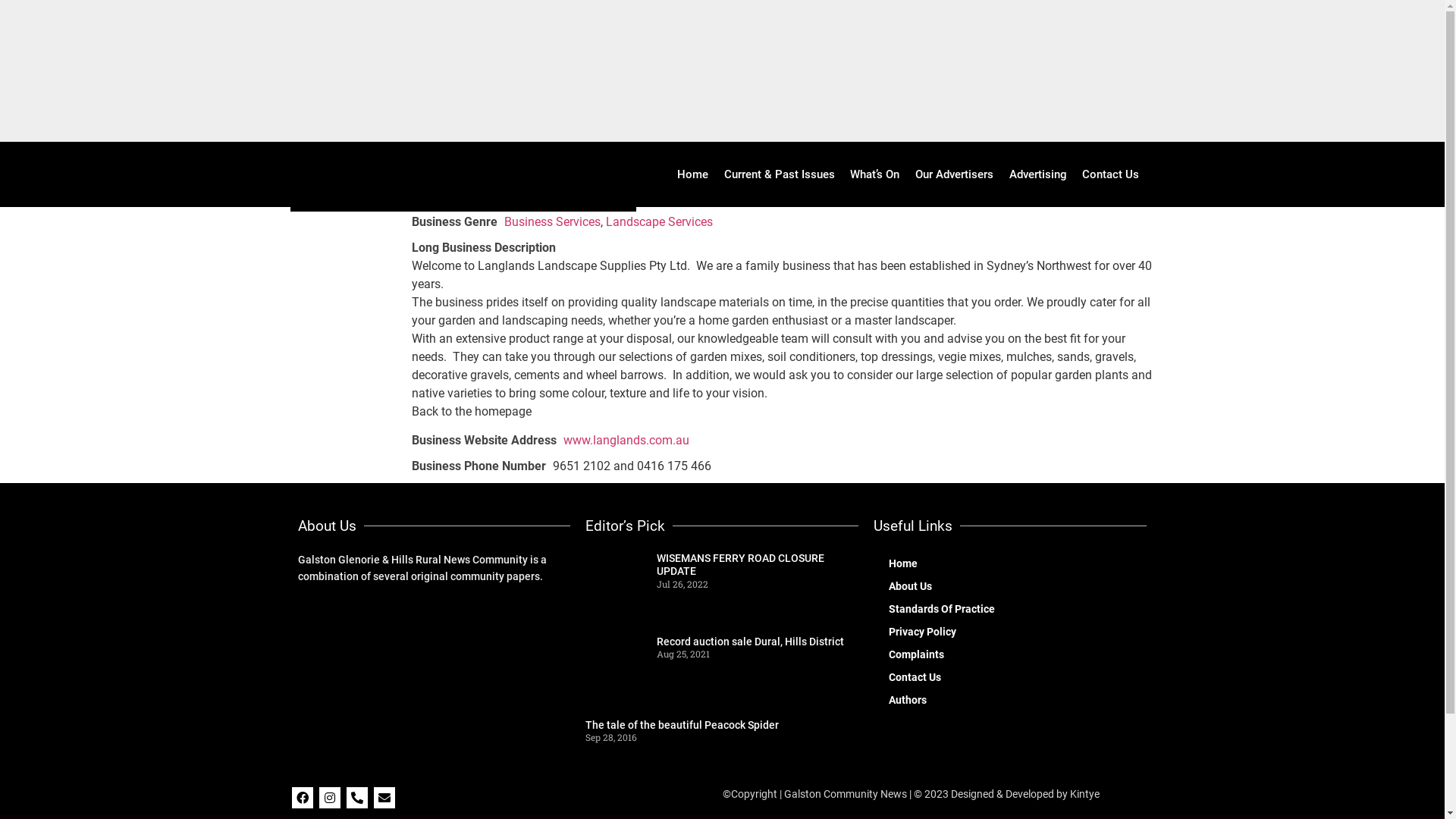 The width and height of the screenshot is (1456, 819). Describe the element at coordinates (740, 564) in the screenshot. I see `'WISEMANS FERRY ROAD CLOSURE UPDATE'` at that location.